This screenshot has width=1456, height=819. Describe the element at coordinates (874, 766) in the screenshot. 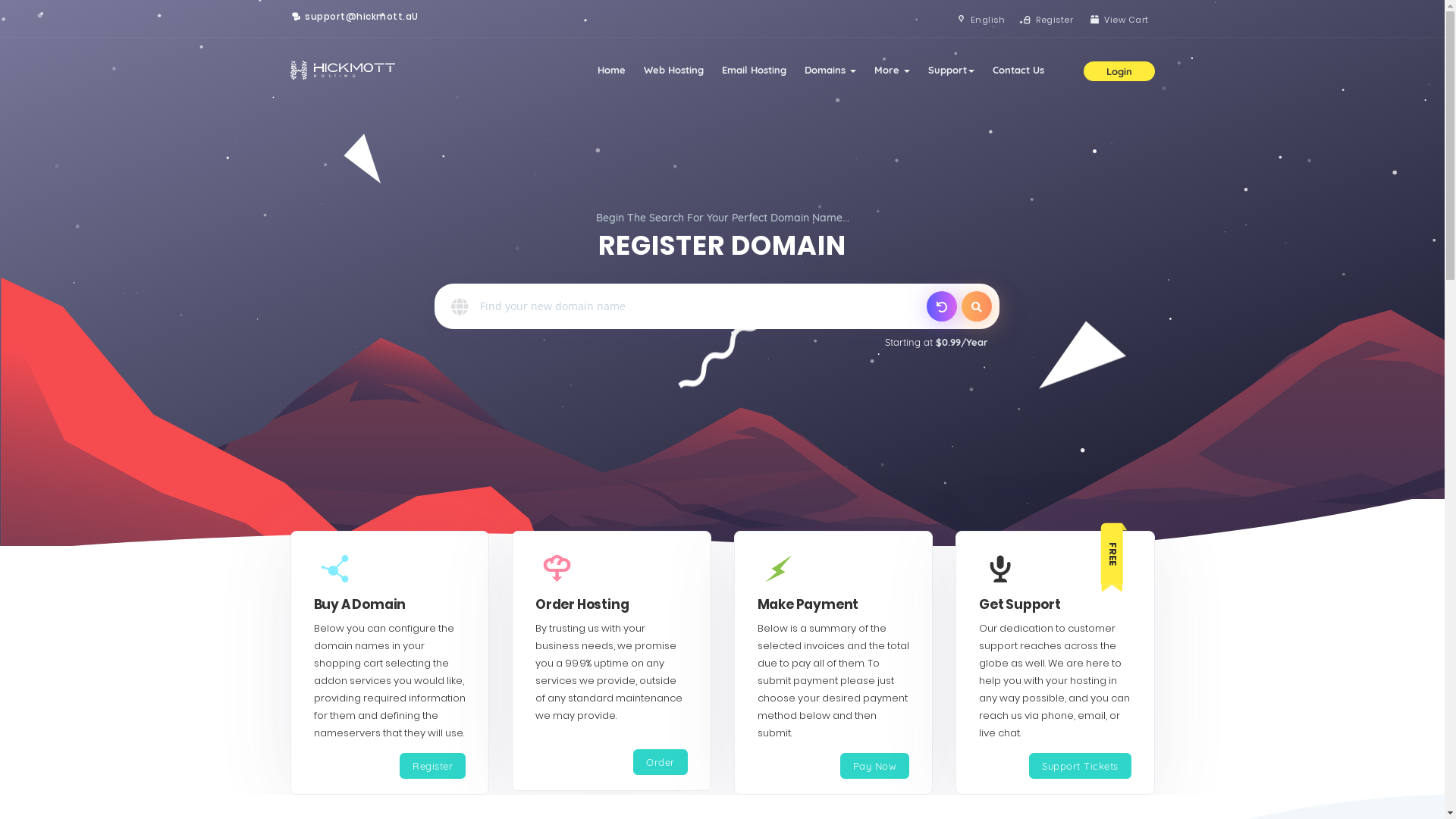

I see `'Pay Now'` at that location.